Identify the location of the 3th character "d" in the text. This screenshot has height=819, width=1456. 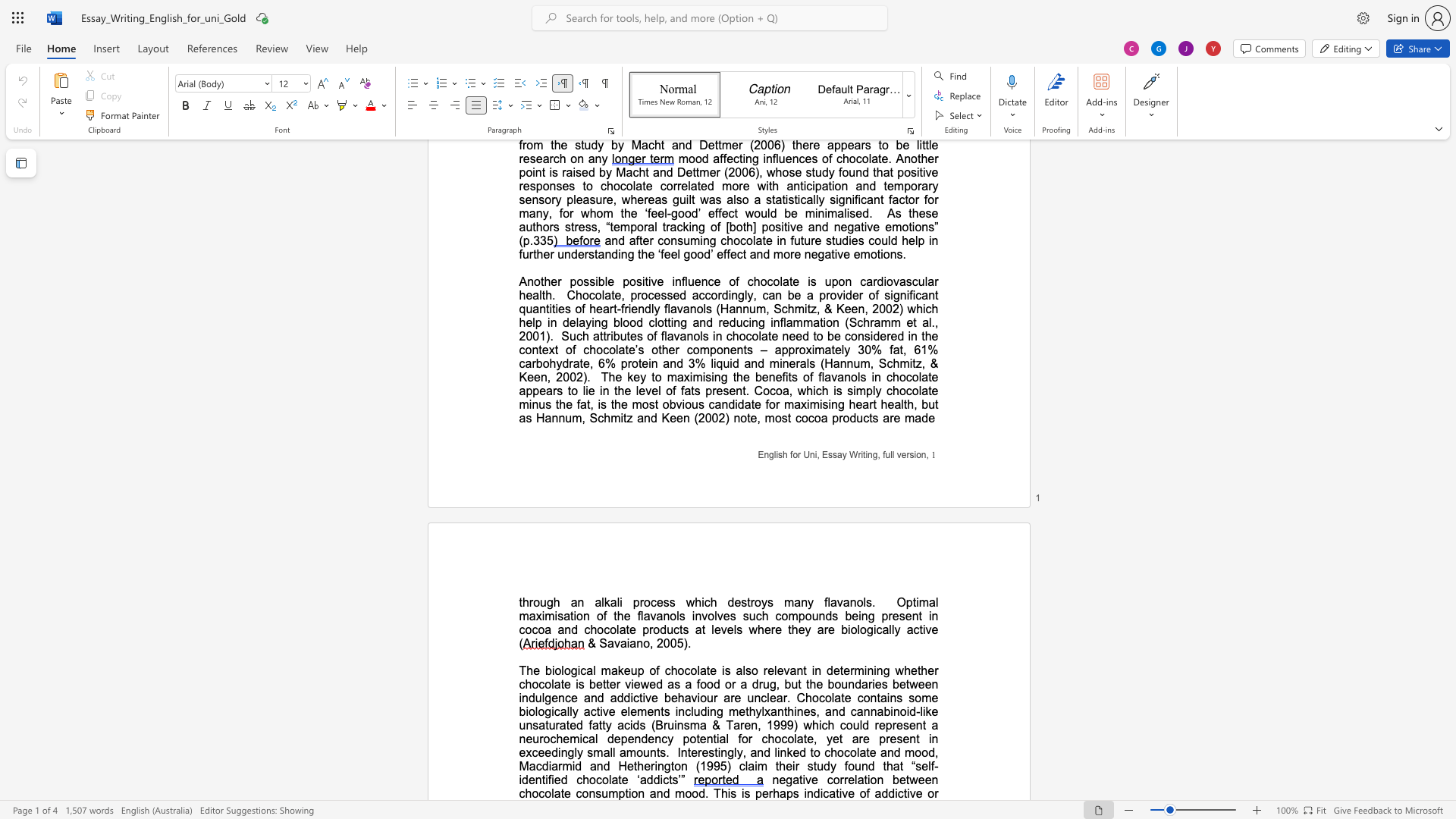
(663, 629).